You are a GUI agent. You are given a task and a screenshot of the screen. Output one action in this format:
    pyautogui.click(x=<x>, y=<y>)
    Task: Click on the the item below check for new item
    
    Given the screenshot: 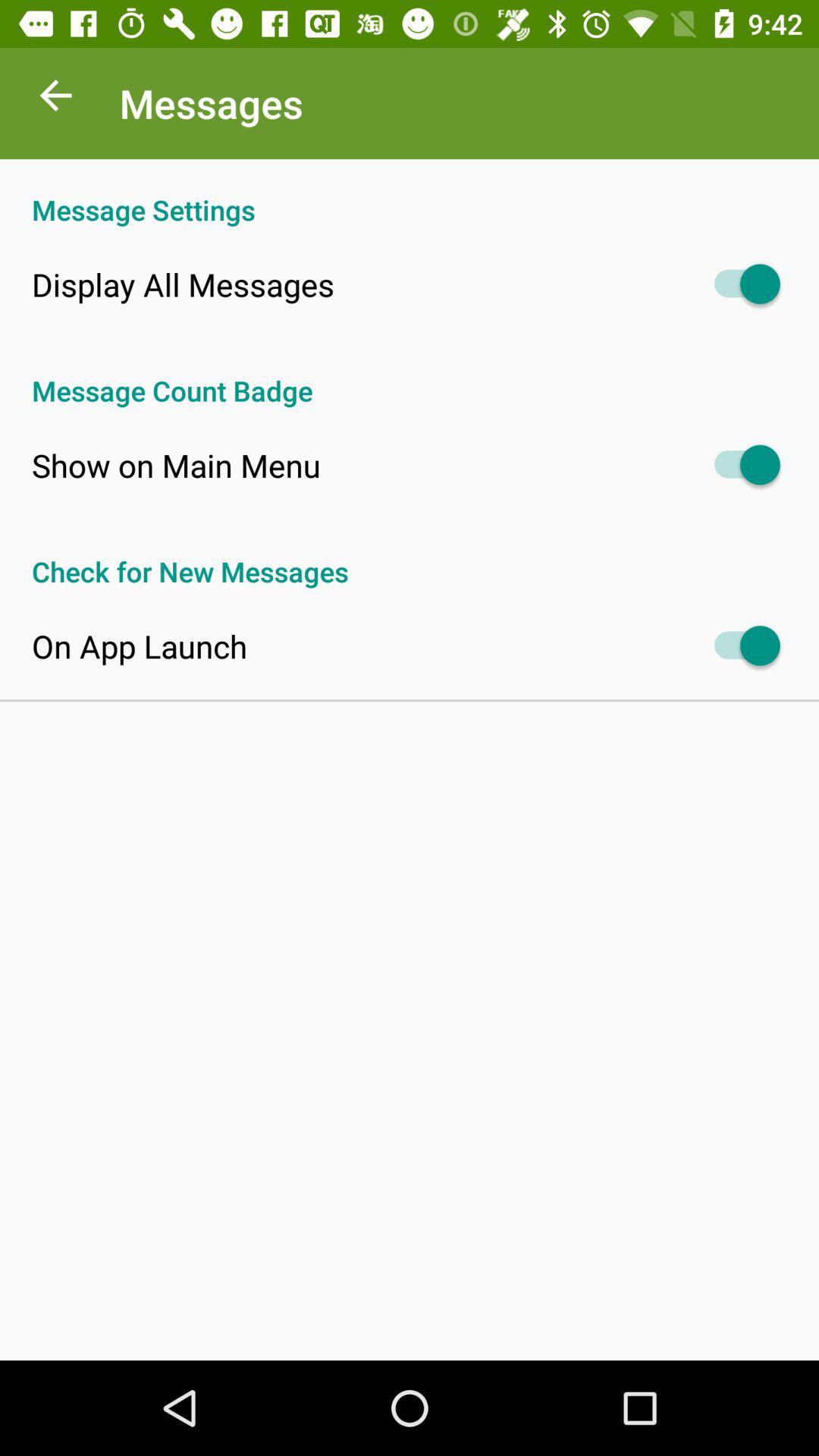 What is the action you would take?
    pyautogui.click(x=140, y=646)
    